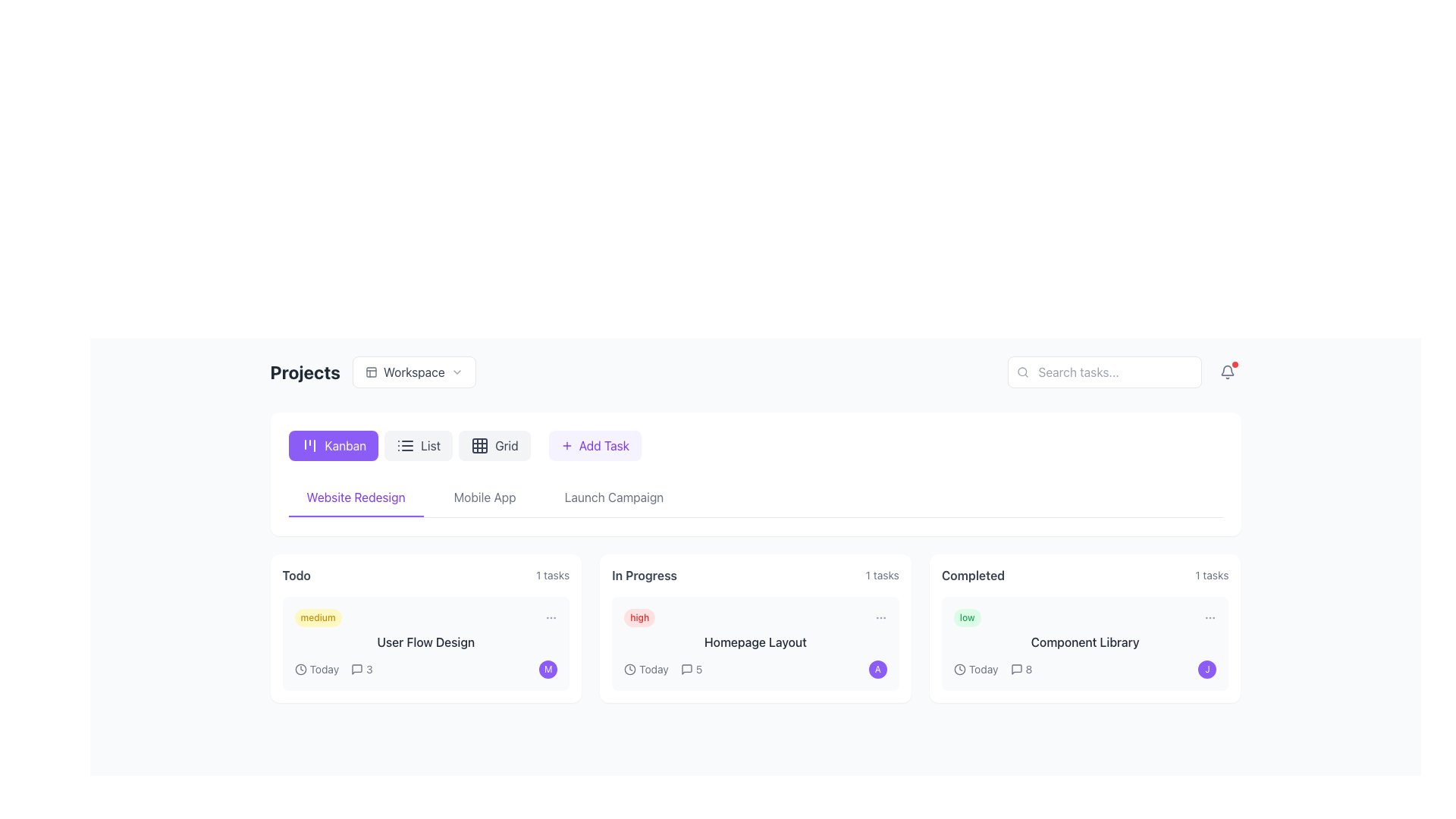  I want to click on the numeric value displayed in the text element indicating the count of comments associated with the 'Component Library' task card labeled 'Completed', so click(1028, 669).